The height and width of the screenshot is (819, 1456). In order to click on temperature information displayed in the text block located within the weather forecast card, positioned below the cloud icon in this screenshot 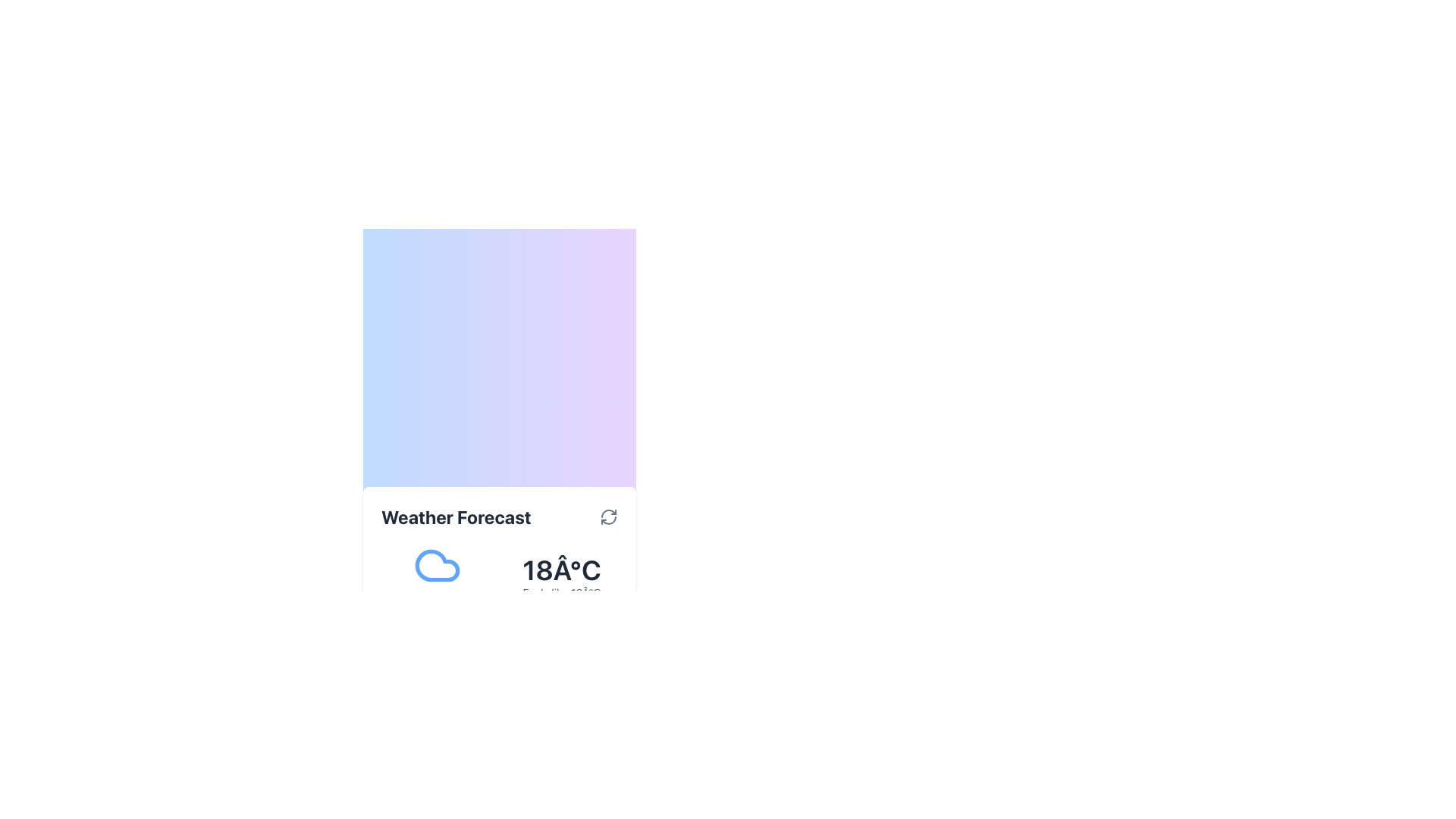, I will do `click(560, 578)`.